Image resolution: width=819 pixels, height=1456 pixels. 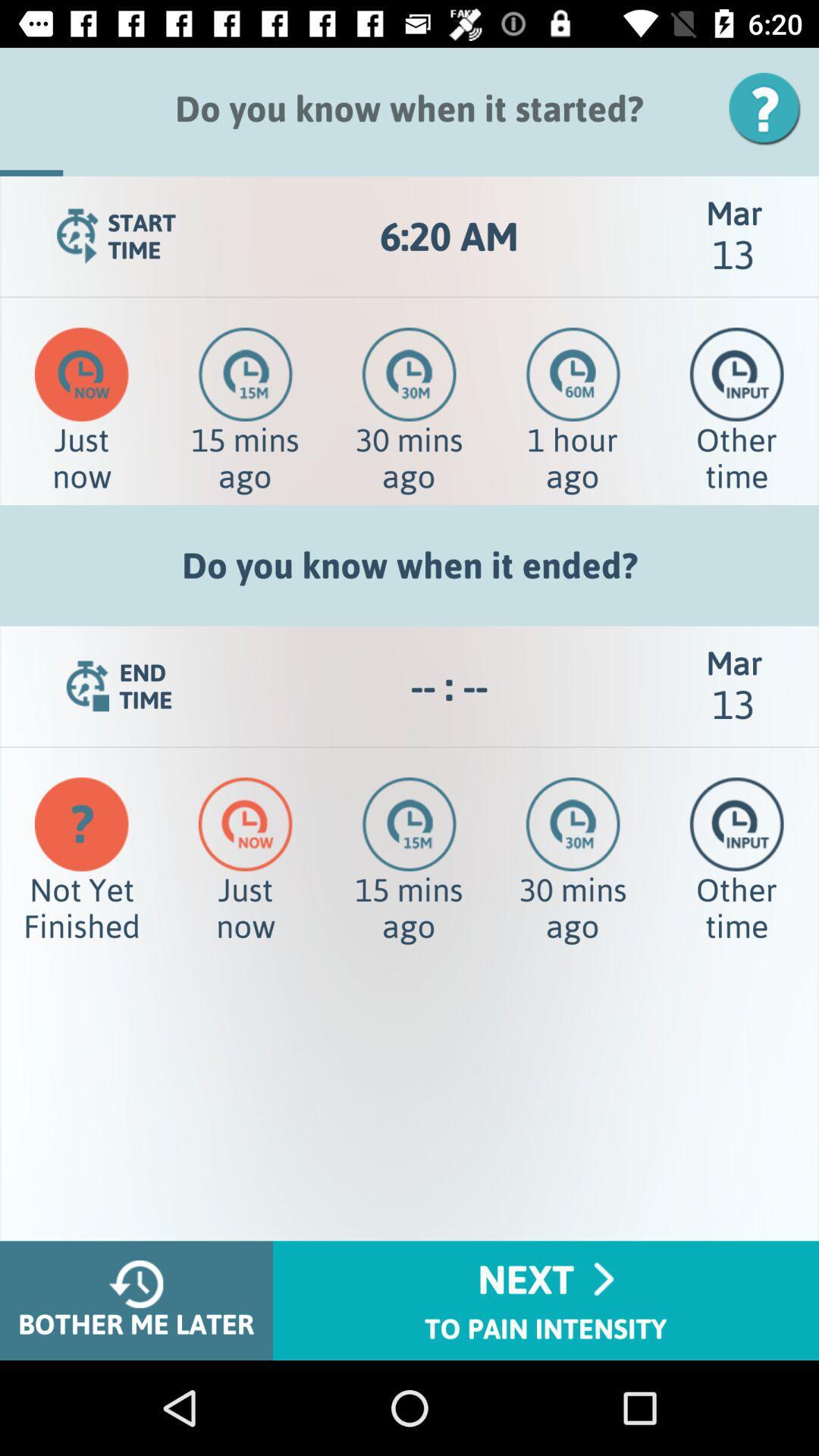 I want to click on the help icon, so click(x=81, y=824).